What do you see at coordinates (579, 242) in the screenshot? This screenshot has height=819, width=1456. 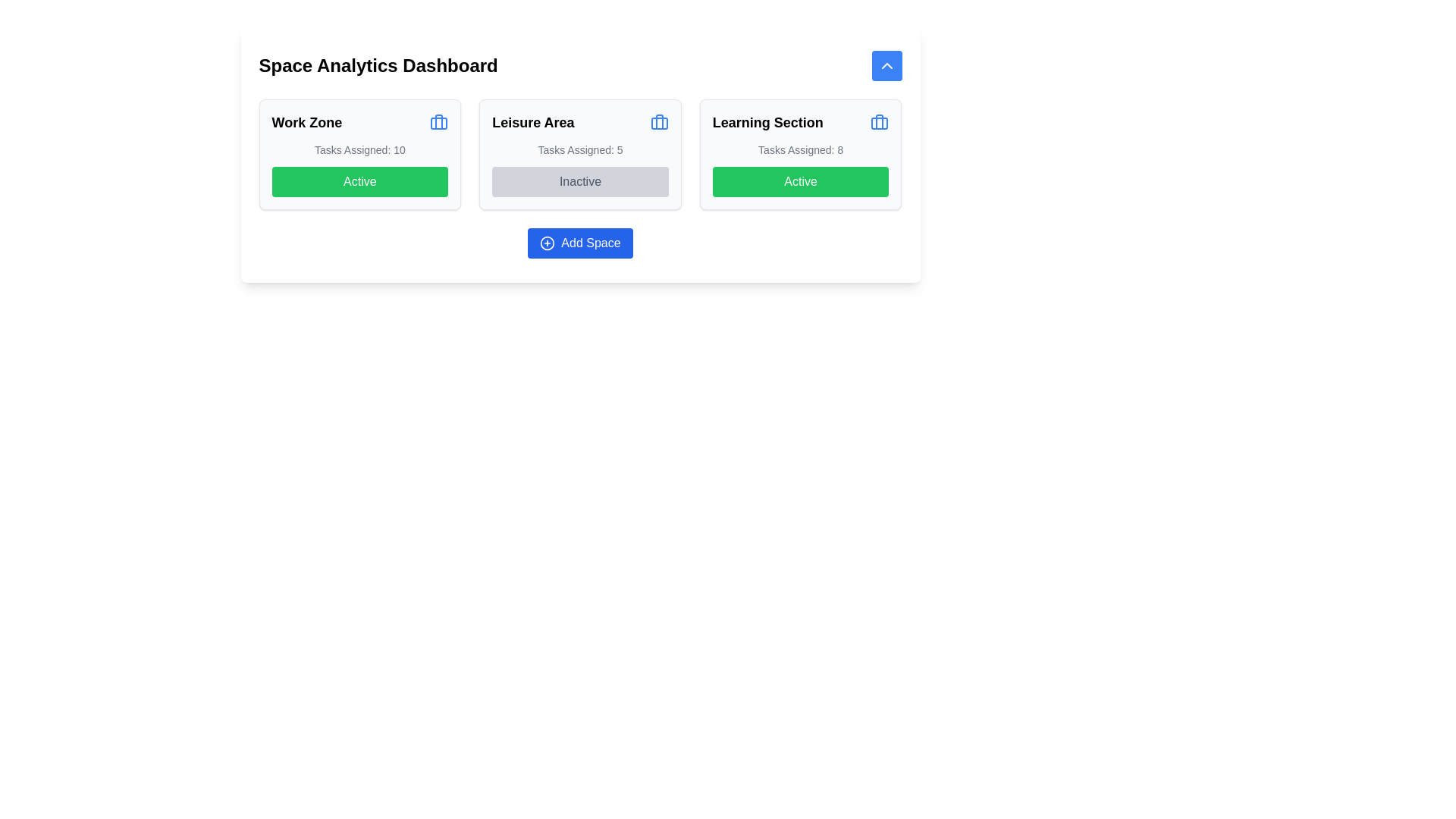 I see `the rectangular blue button labeled 'Add Space' with a plus icon` at bounding box center [579, 242].